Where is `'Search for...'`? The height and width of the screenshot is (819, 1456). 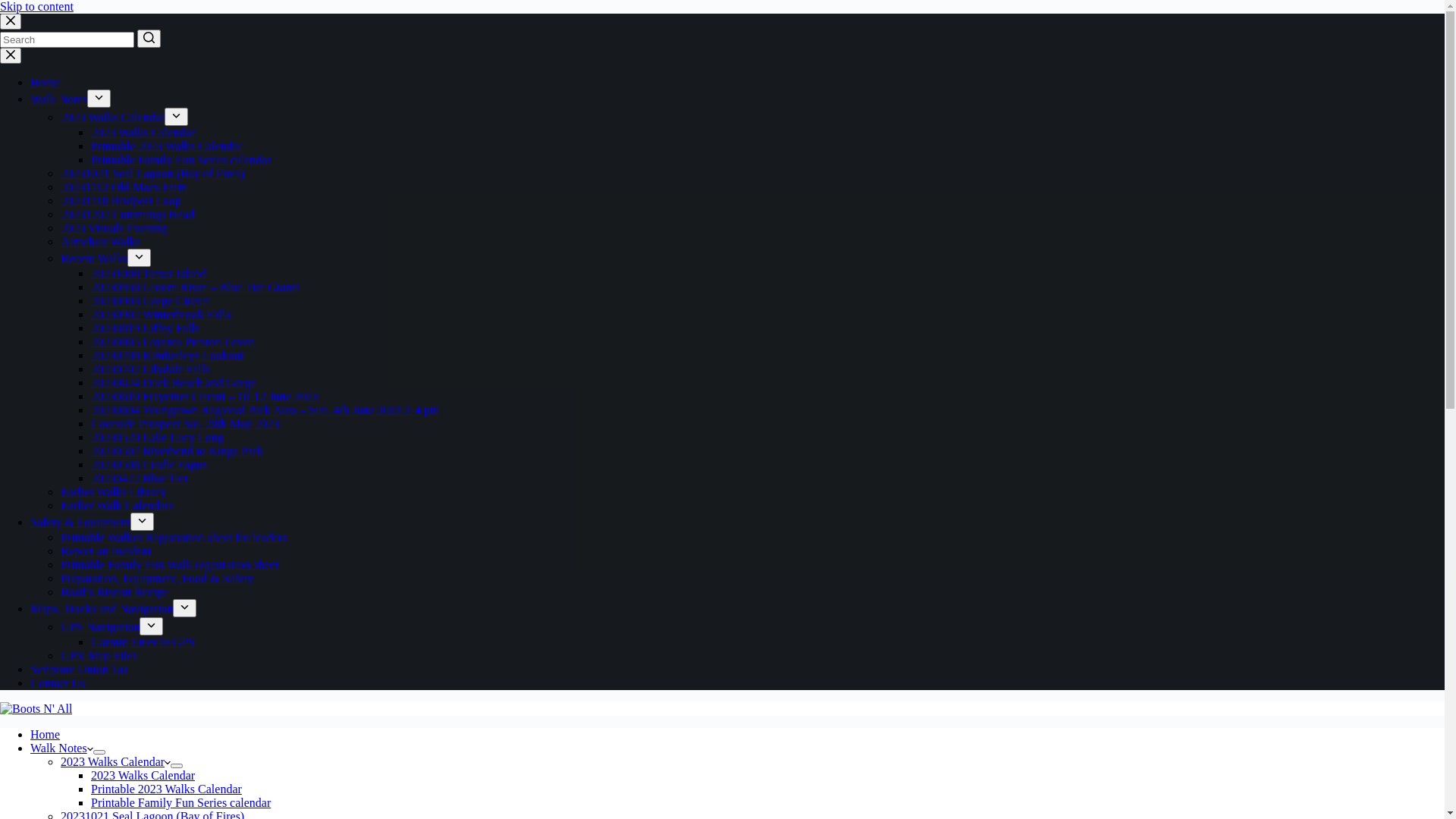
'Search for...' is located at coordinates (66, 39).